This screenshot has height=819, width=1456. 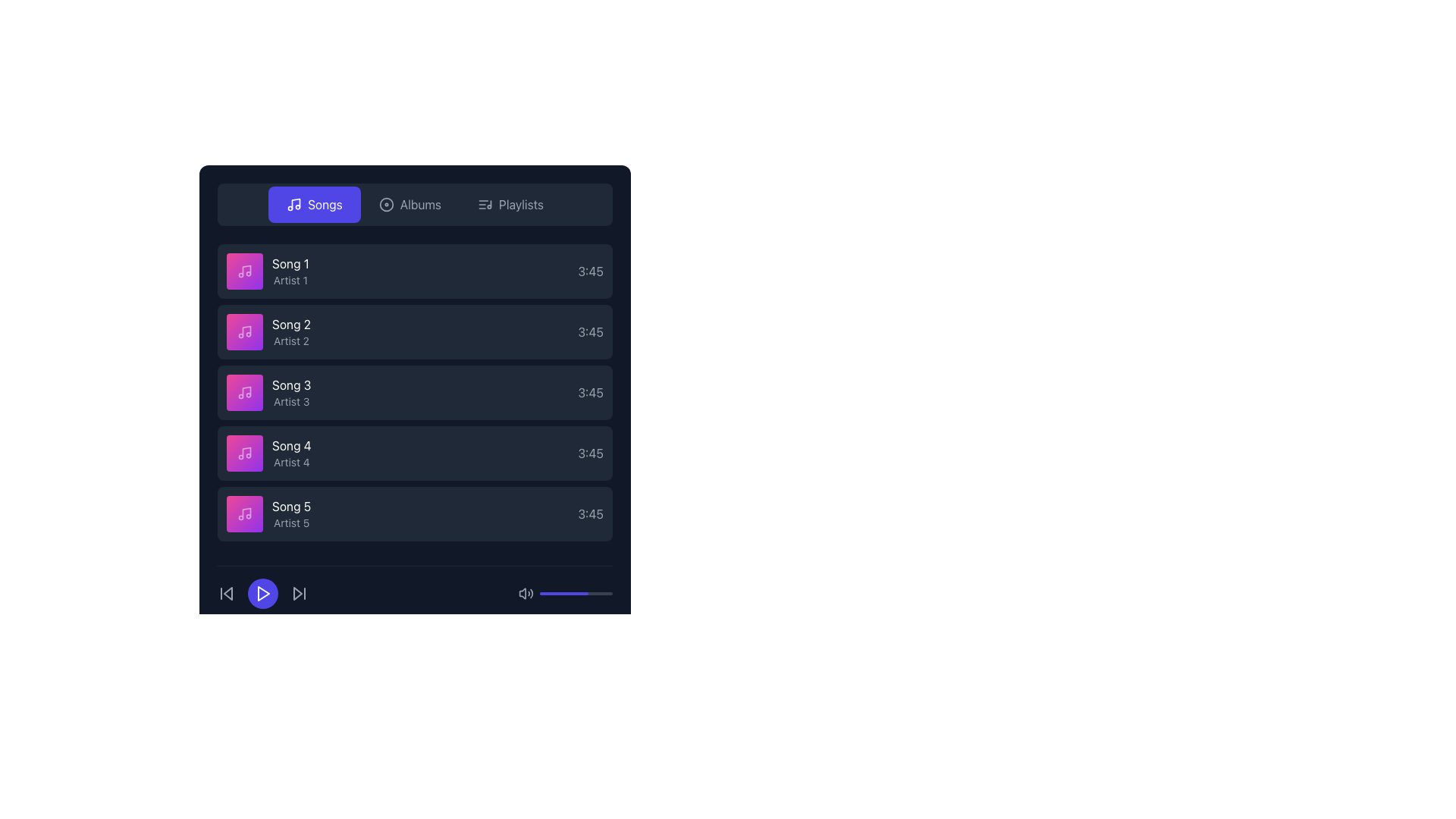 I want to click on text label that displays the title of the song, located in the third row of the list, below 'Song 2' and above 'Song 4', so click(x=291, y=384).